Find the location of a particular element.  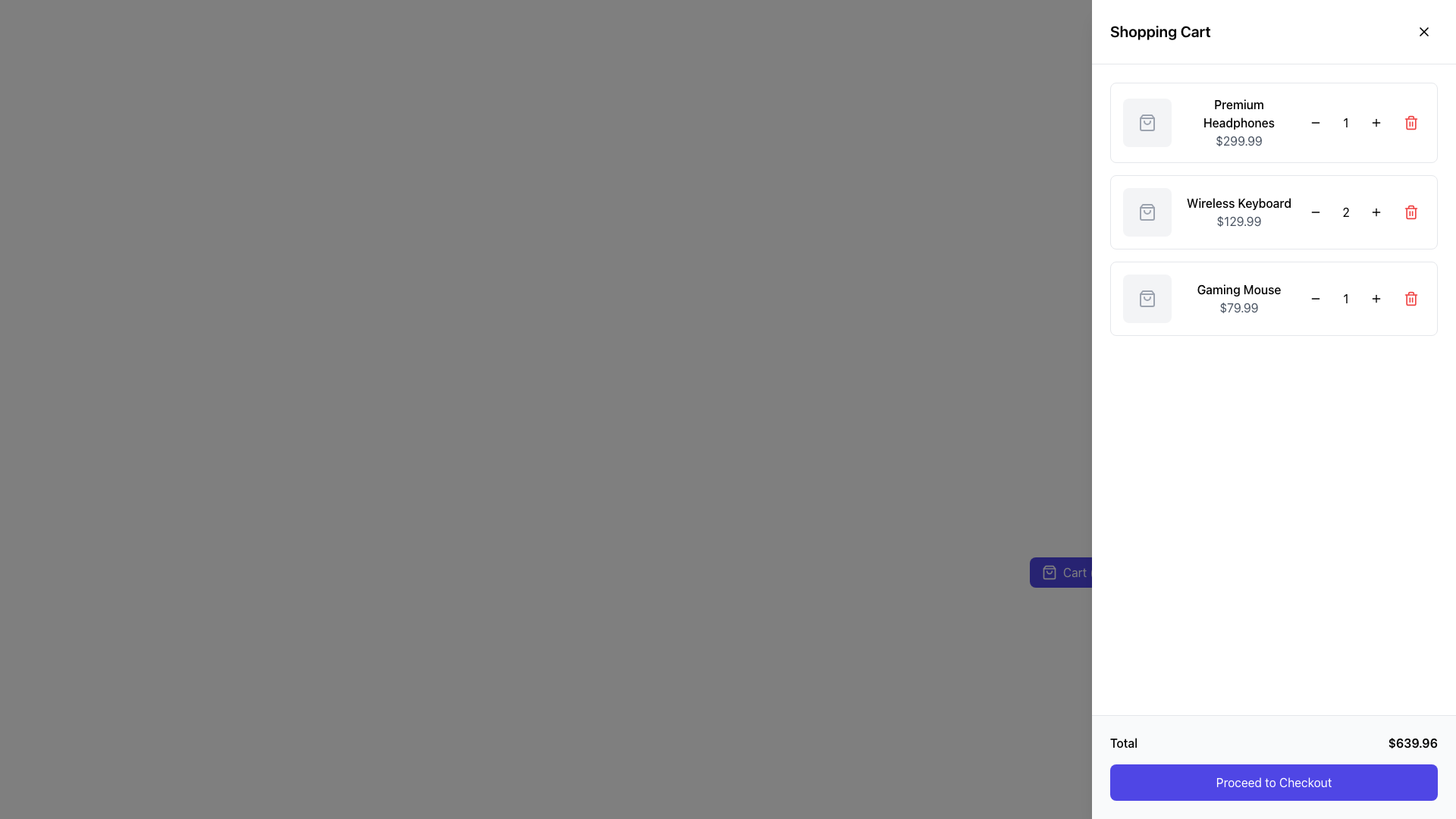

the shopping cart icon located in the bottom-left corner of the shopping cart sidebar is located at coordinates (1048, 573).